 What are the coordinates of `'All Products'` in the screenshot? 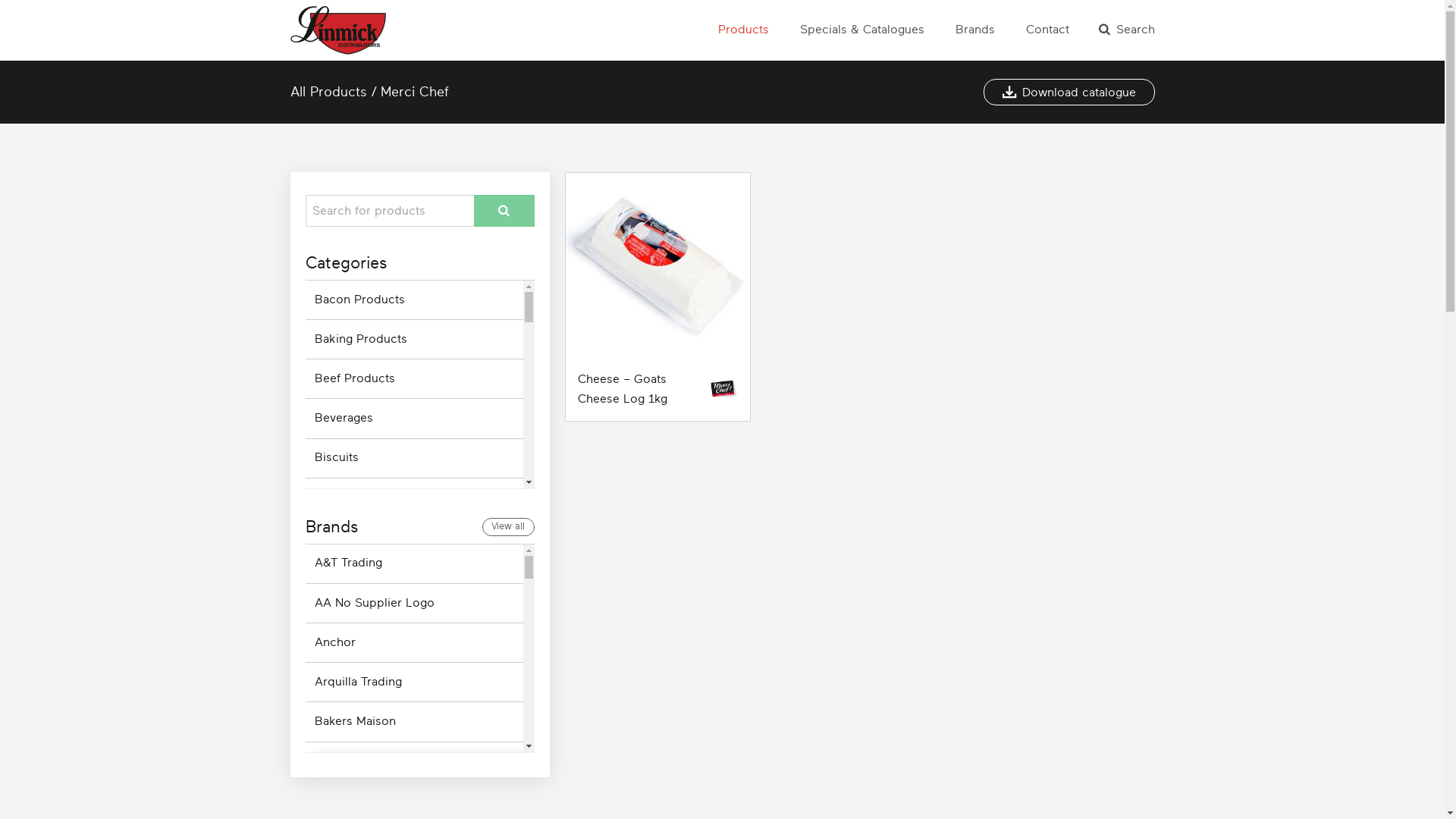 It's located at (327, 91).